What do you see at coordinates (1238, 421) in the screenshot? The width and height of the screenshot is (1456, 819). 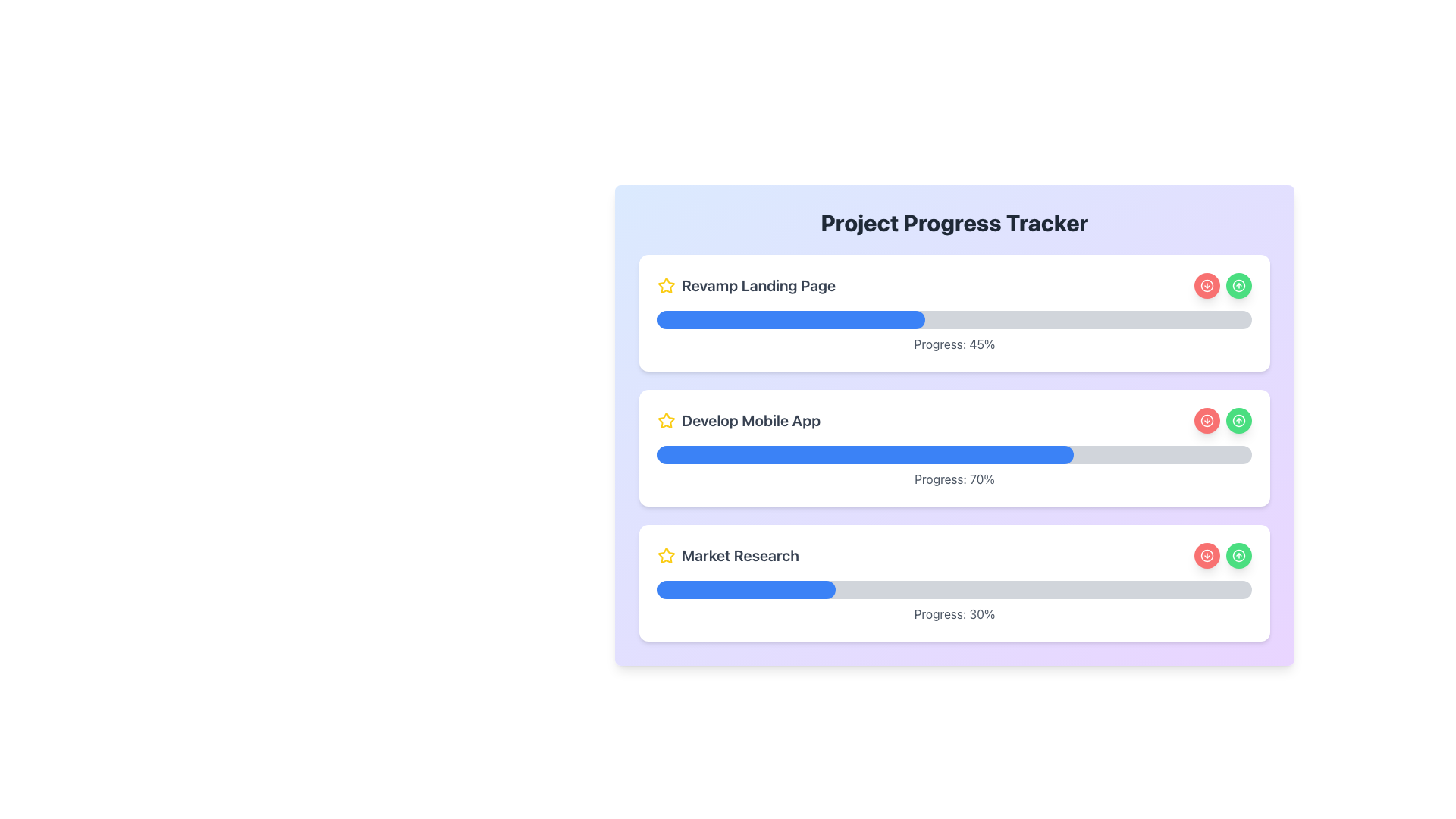 I see `the upward arrow button with a green background and white outline located at the end of the second progress card in the Project Progress Tracker interface` at bounding box center [1238, 421].